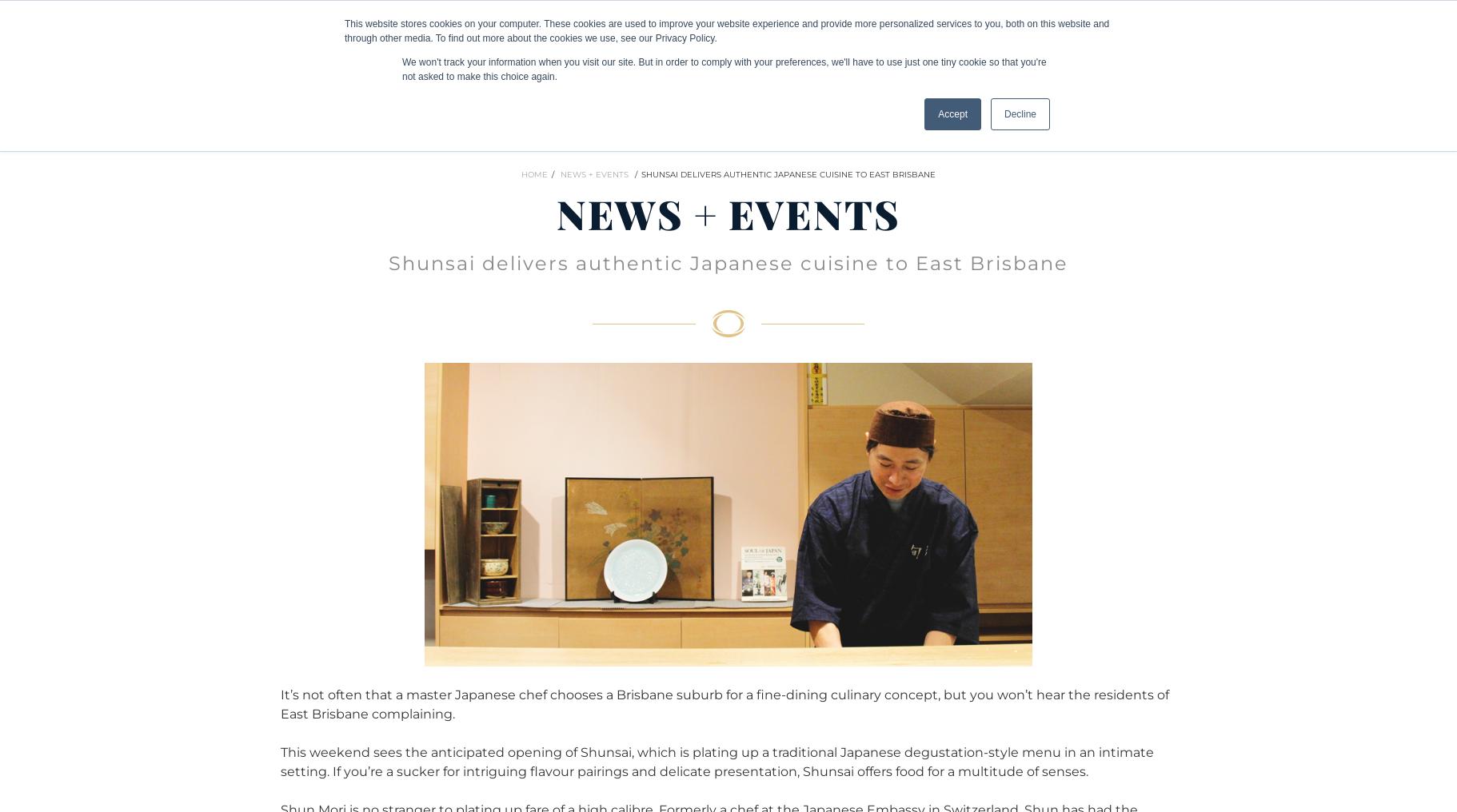 The width and height of the screenshot is (1457, 812). What do you see at coordinates (107, 30) in the screenshot?
I see `'Buyers'` at bounding box center [107, 30].